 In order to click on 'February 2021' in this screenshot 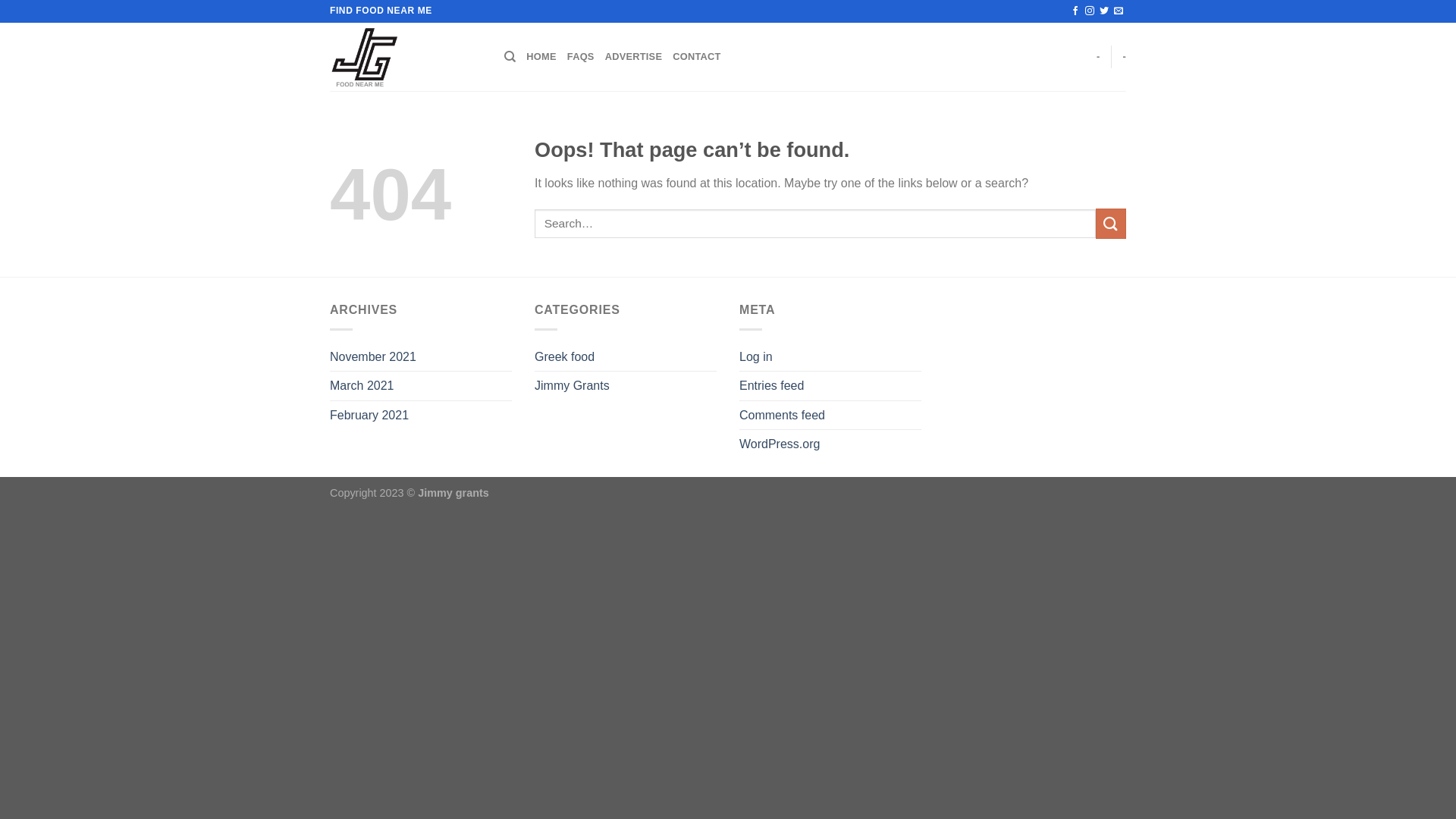, I will do `click(329, 415)`.